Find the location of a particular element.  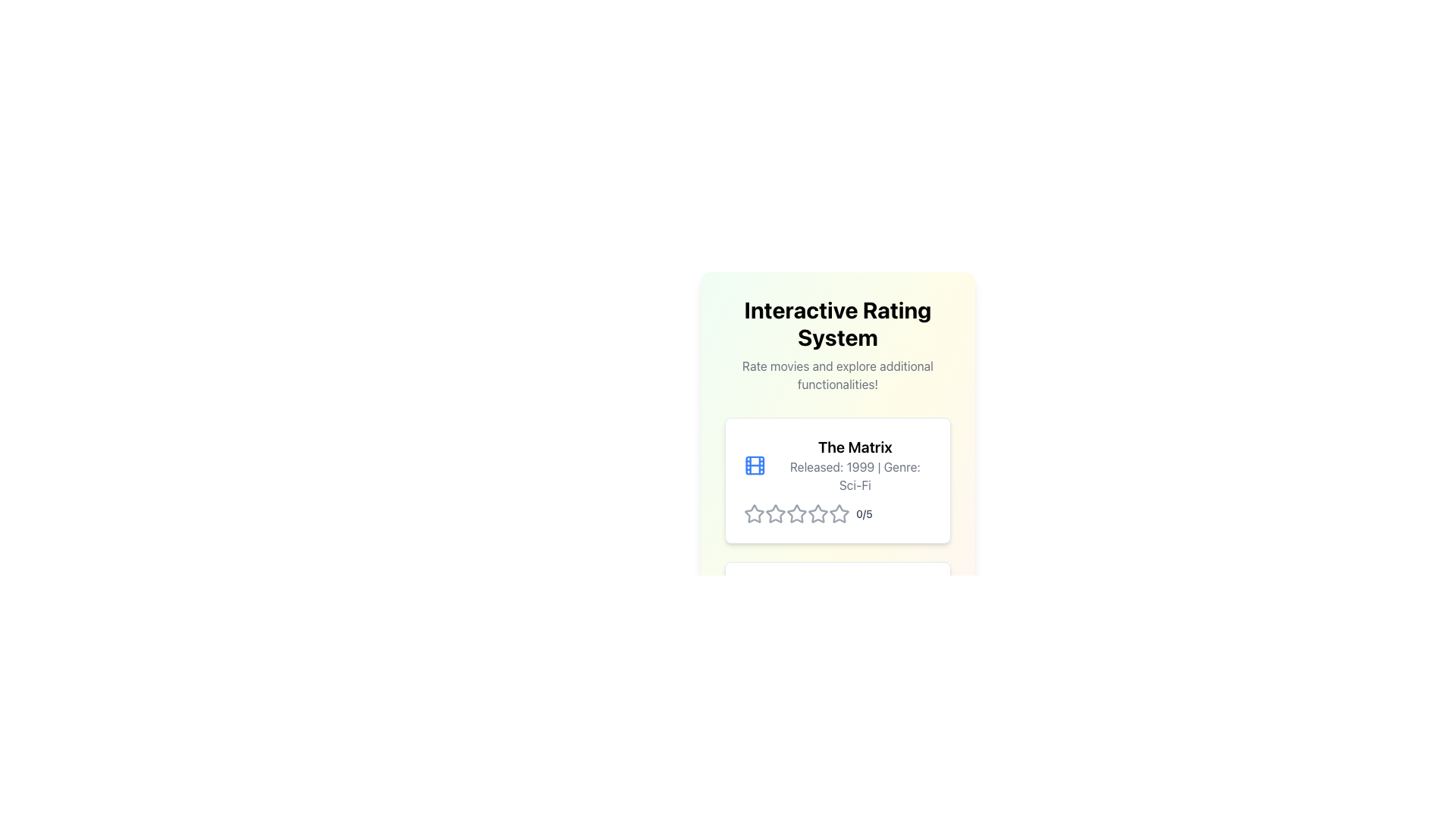

the third star is located at coordinates (775, 513).